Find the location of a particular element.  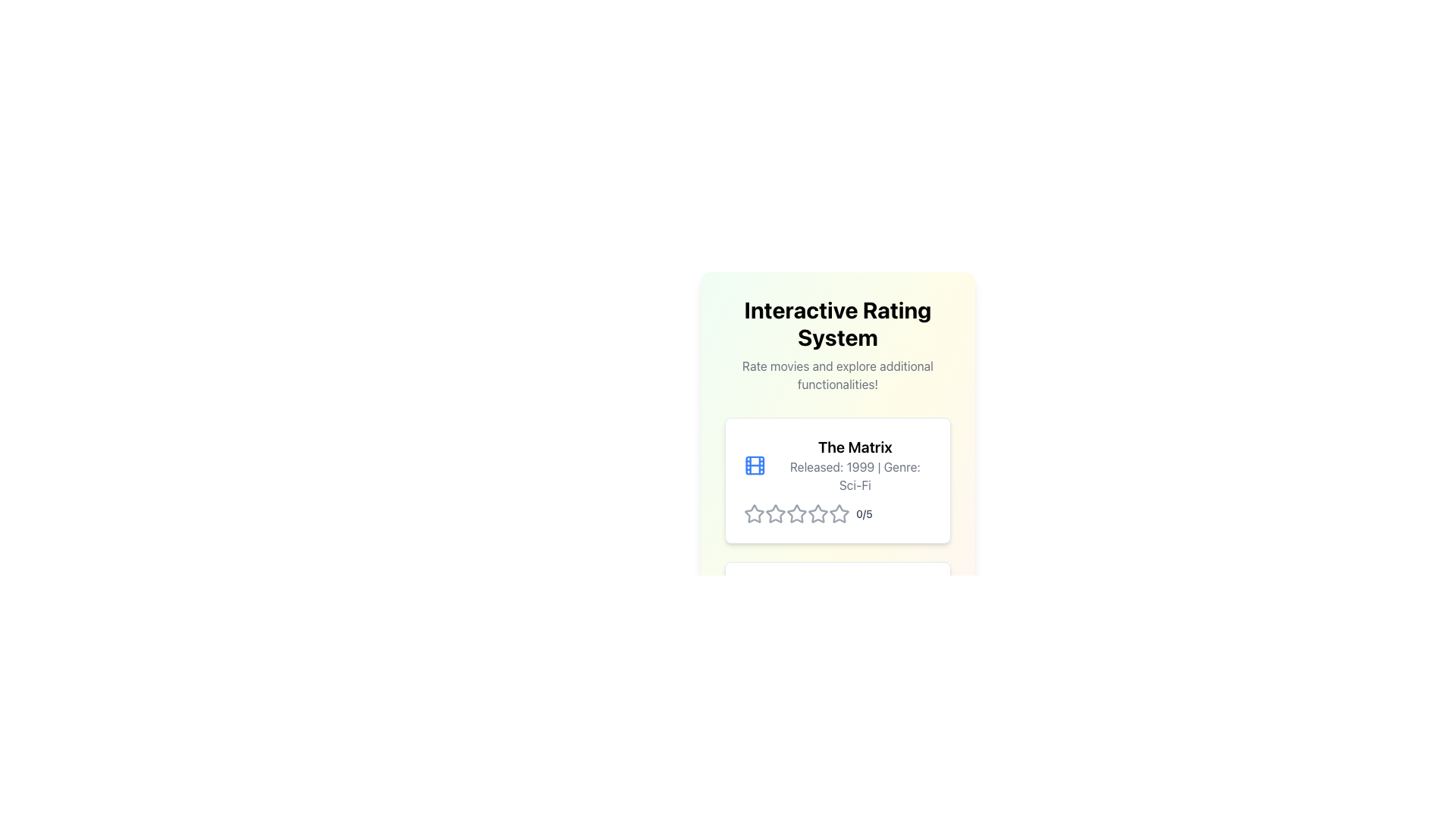

the third star is located at coordinates (775, 513).